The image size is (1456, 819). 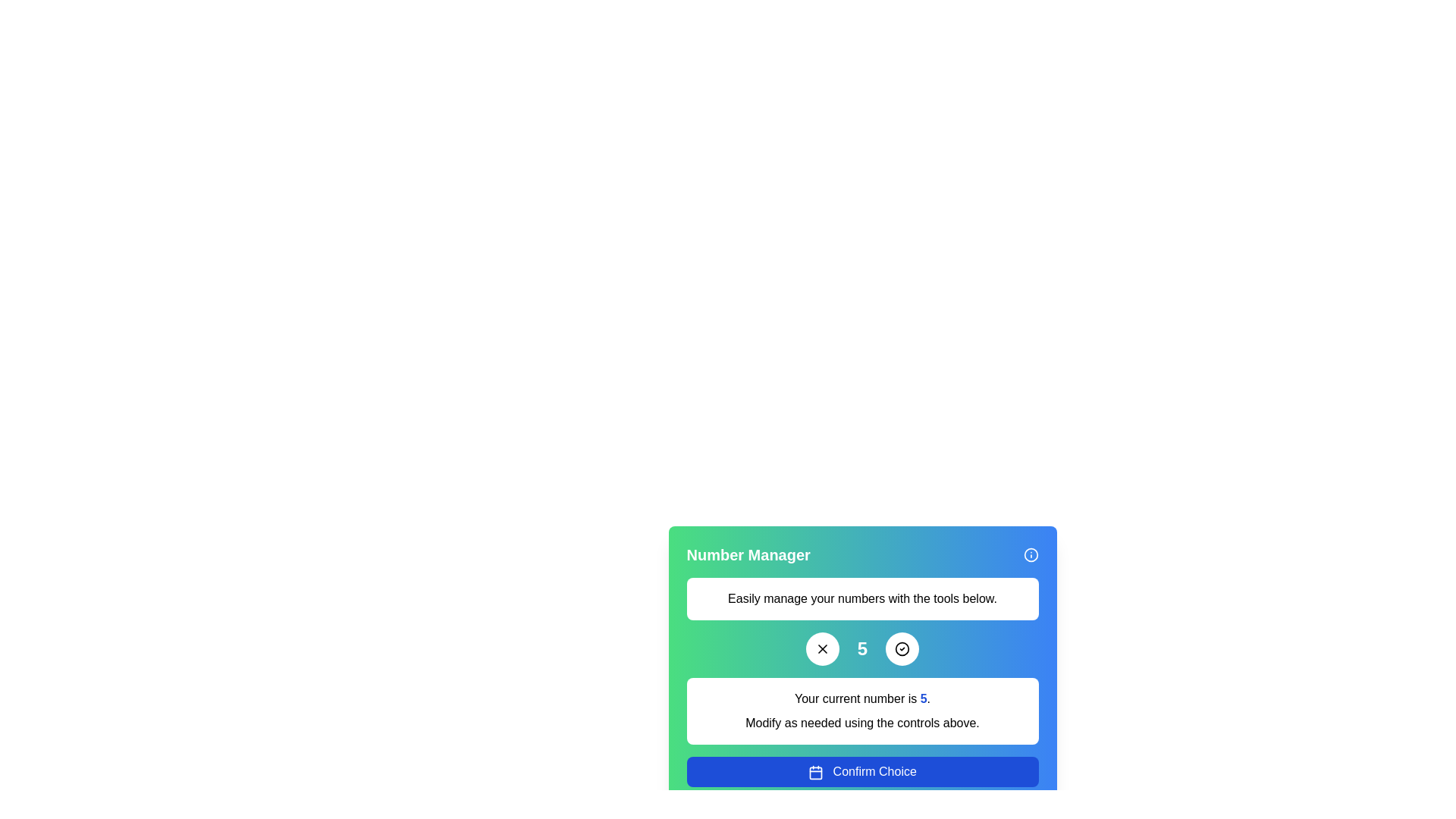 What do you see at coordinates (862, 698) in the screenshot?
I see `text label displaying the current value selected by the user, which is located near the middle-bottom part of the interface above the instruction text 'Modify as needed using the controls above.'` at bounding box center [862, 698].